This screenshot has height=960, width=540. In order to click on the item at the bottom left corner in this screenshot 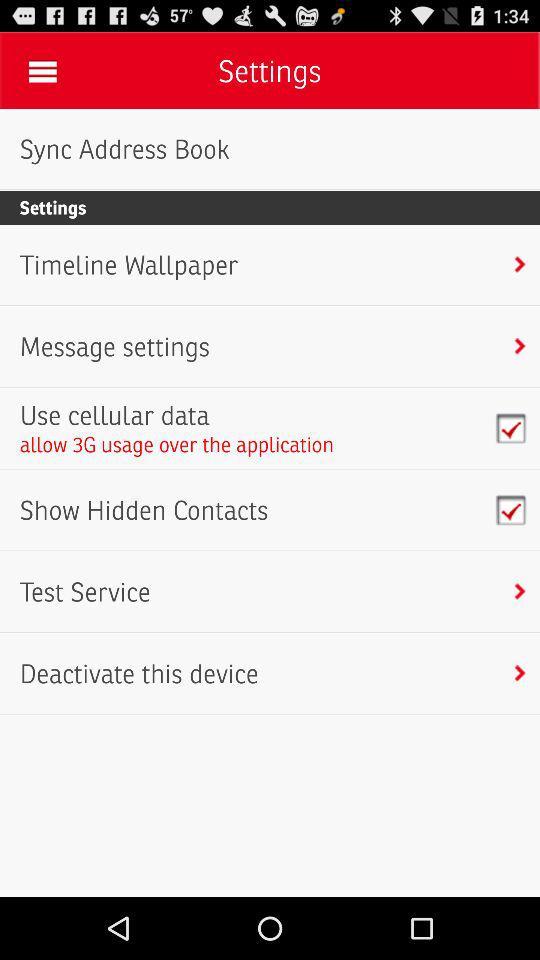, I will do `click(138, 673)`.